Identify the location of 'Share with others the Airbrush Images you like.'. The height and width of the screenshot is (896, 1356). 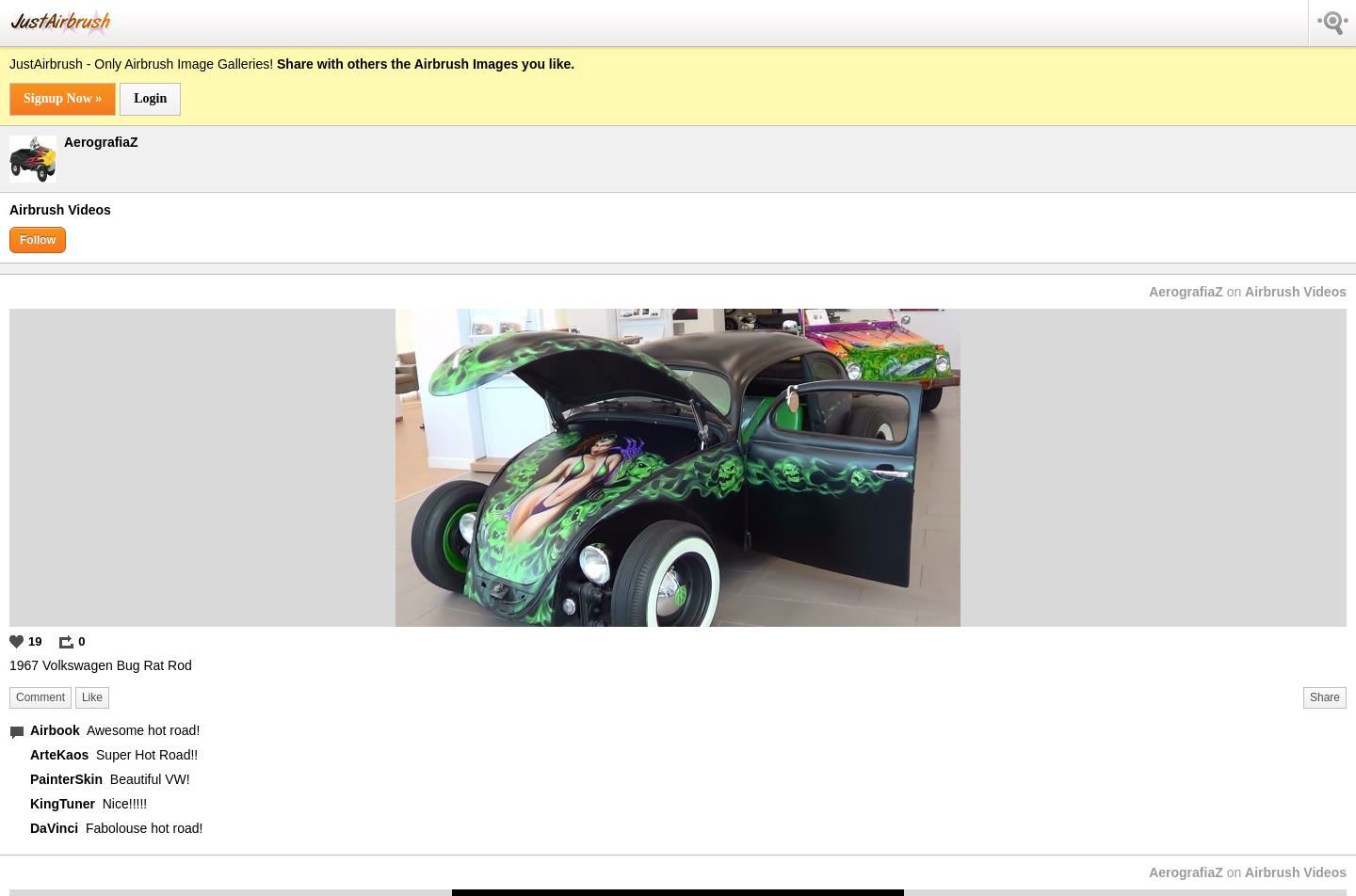
(426, 63).